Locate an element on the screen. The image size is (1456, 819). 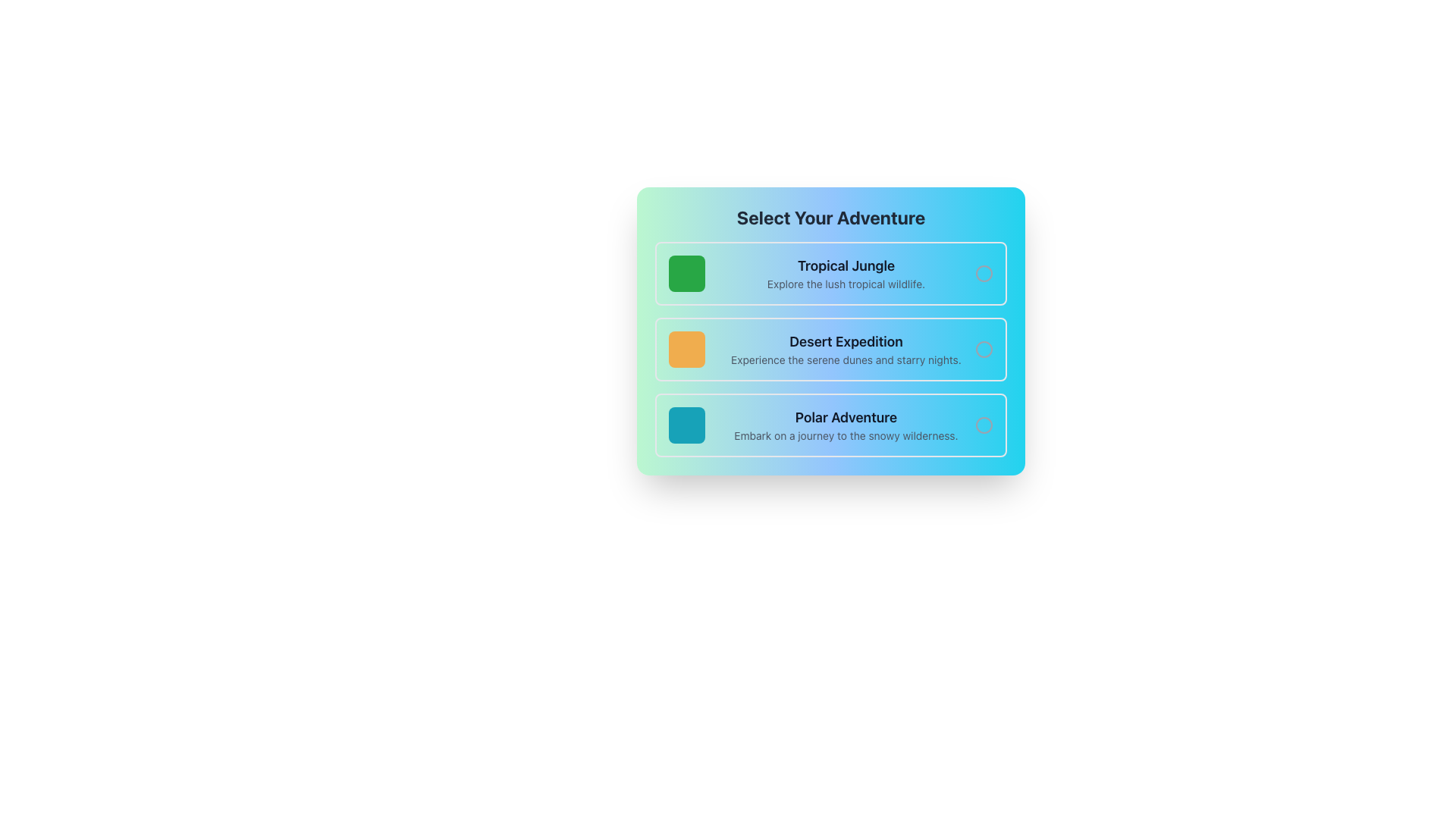
text of the label that serves as the title for the top adventure choice in the selection list, which is the first line of text in the vertical list of options is located at coordinates (846, 265).